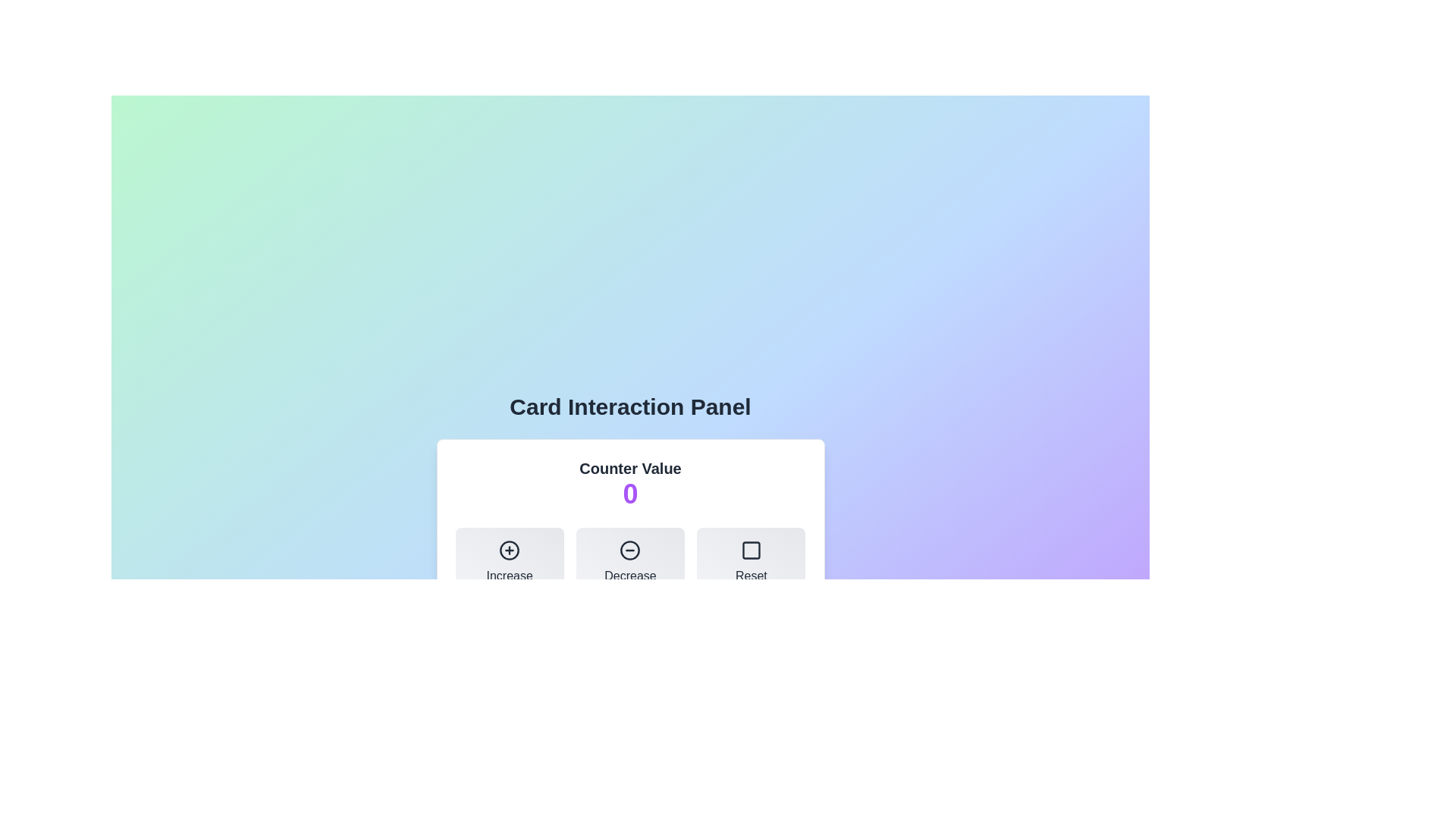 The image size is (1456, 819). I want to click on the graphical icon within the 'Reset' button, so click(751, 550).